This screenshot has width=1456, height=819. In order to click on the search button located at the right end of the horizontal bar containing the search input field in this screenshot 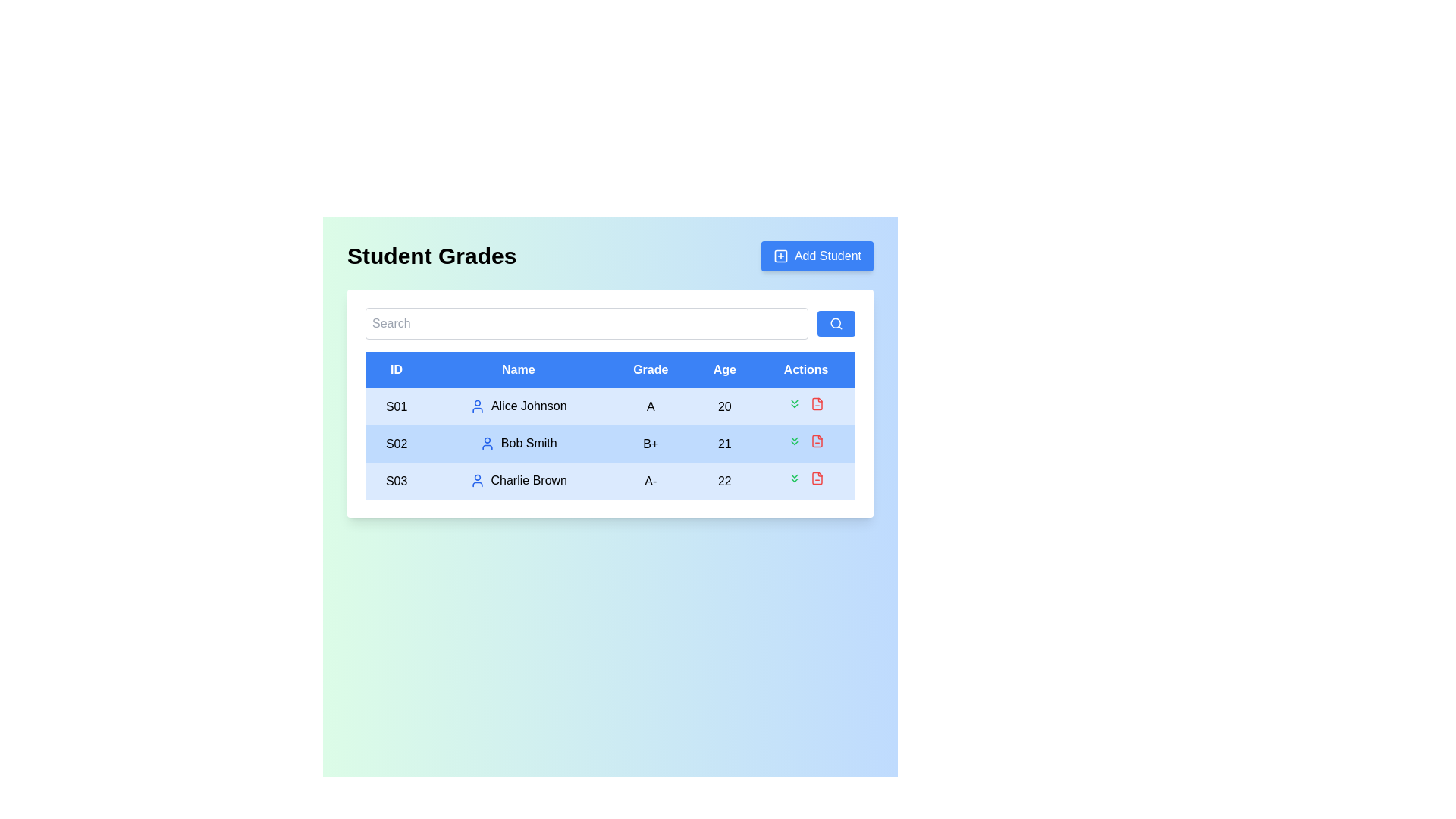, I will do `click(836, 323)`.